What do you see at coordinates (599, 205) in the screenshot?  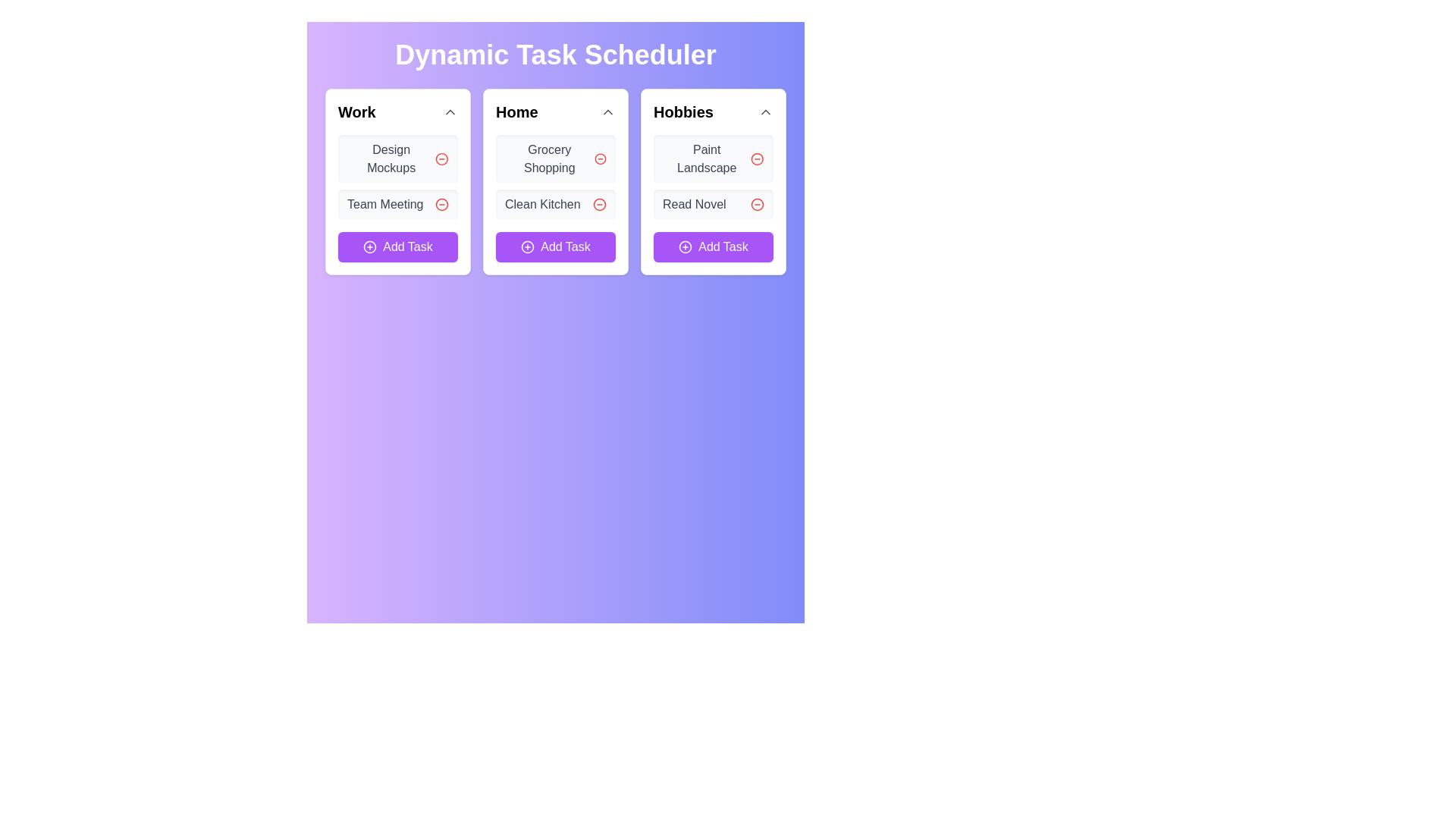 I see `the circular button with a minus sign located in the 'Home' section next to the 'Clean Kitchen' task` at bounding box center [599, 205].